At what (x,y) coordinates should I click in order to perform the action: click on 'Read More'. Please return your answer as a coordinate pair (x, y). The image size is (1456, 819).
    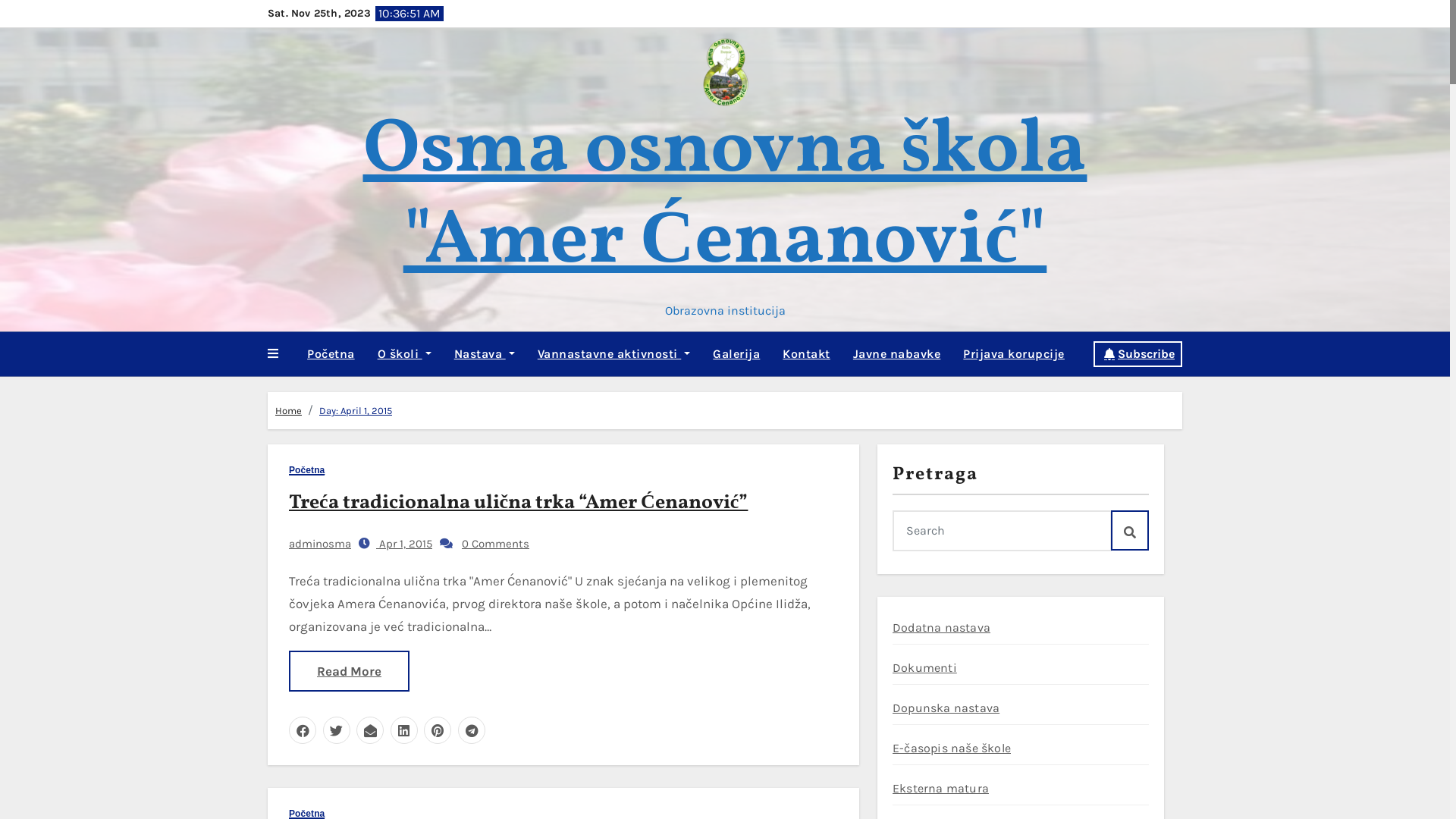
    Looking at the image, I should click on (348, 670).